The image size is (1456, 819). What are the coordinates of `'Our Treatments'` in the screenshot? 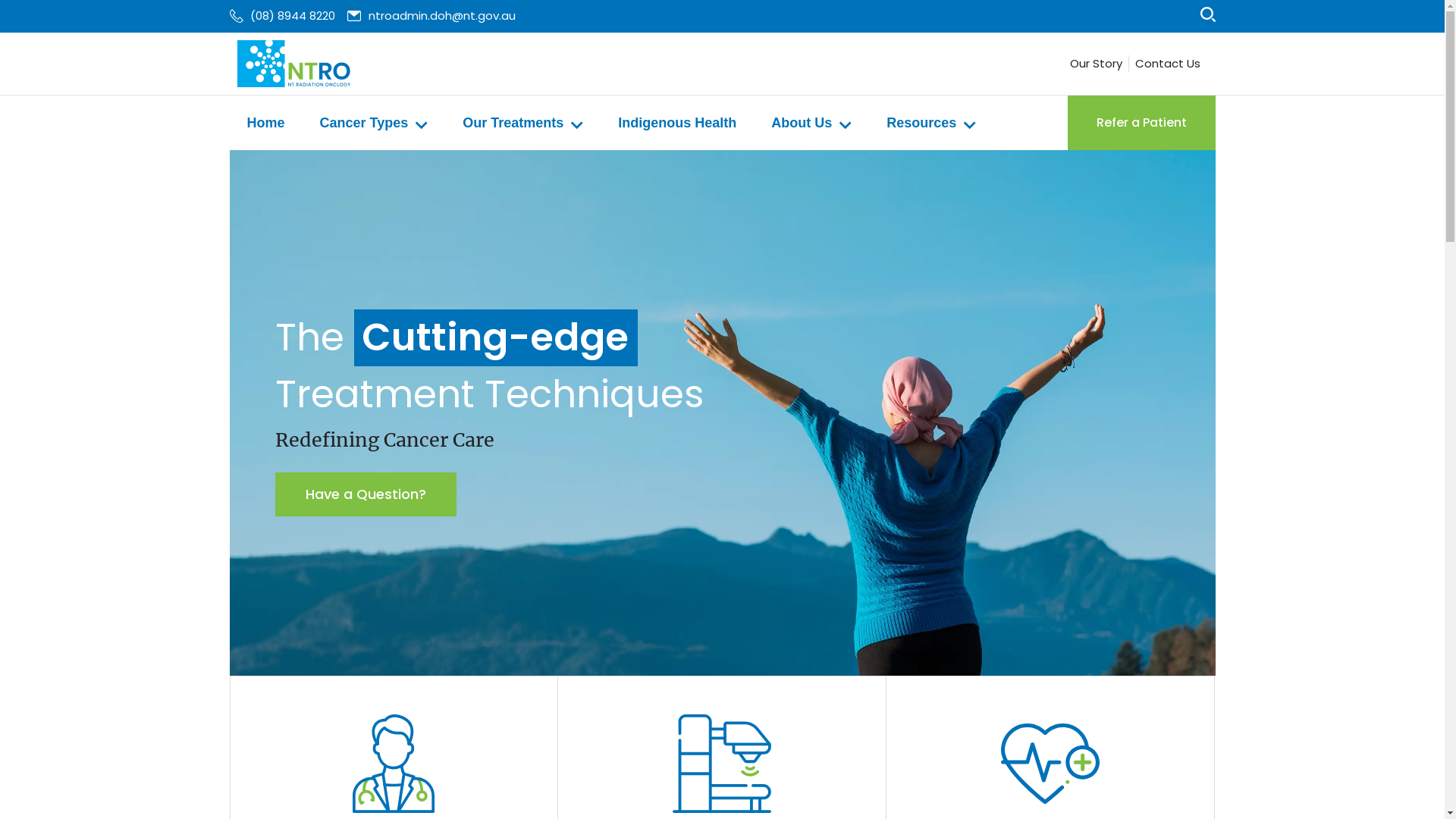 It's located at (522, 122).